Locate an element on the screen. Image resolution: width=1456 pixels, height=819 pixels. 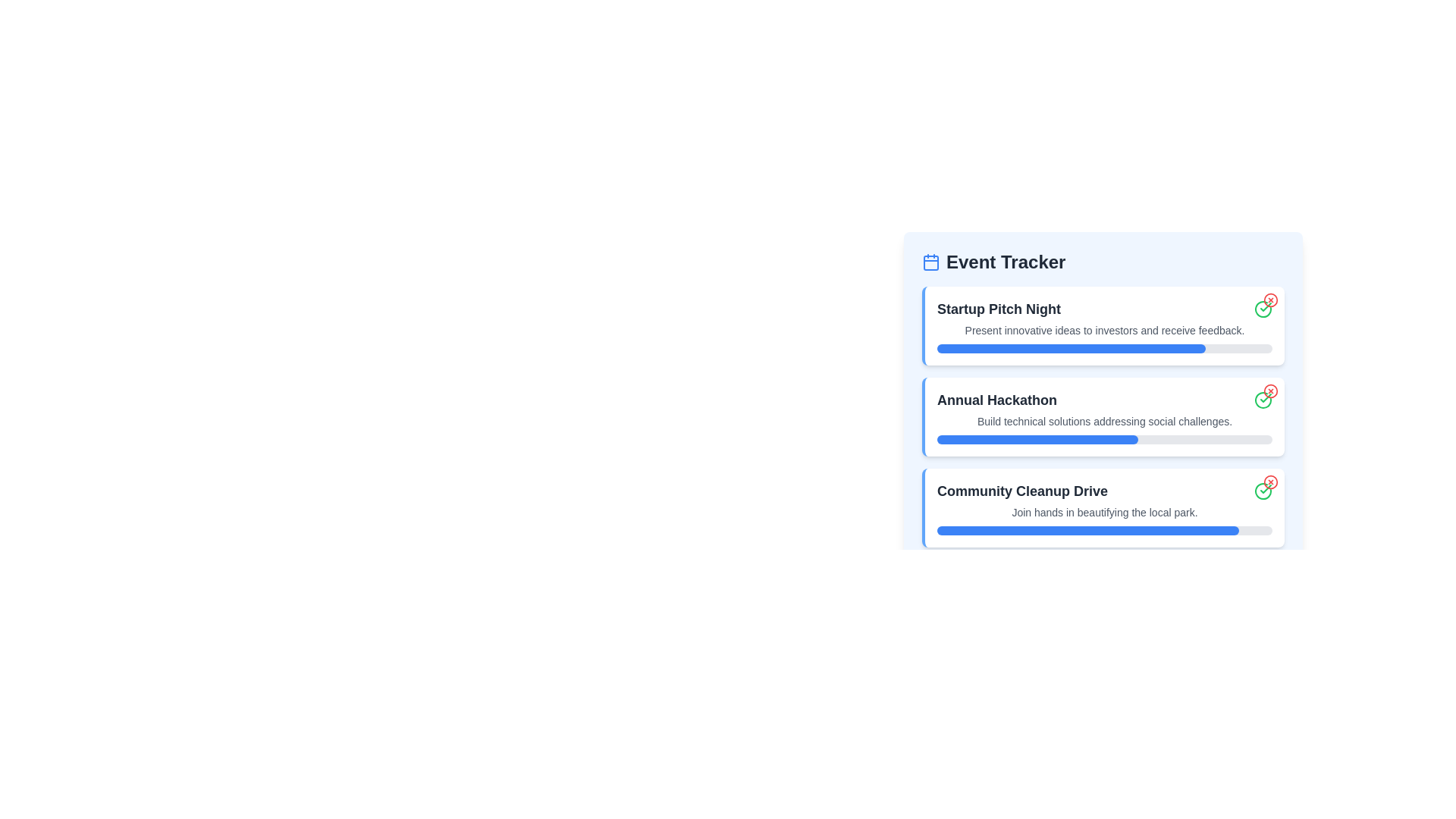
the cancellation icon located at the top-right corner of the 'Annual Hackathon' card is located at coordinates (1270, 390).